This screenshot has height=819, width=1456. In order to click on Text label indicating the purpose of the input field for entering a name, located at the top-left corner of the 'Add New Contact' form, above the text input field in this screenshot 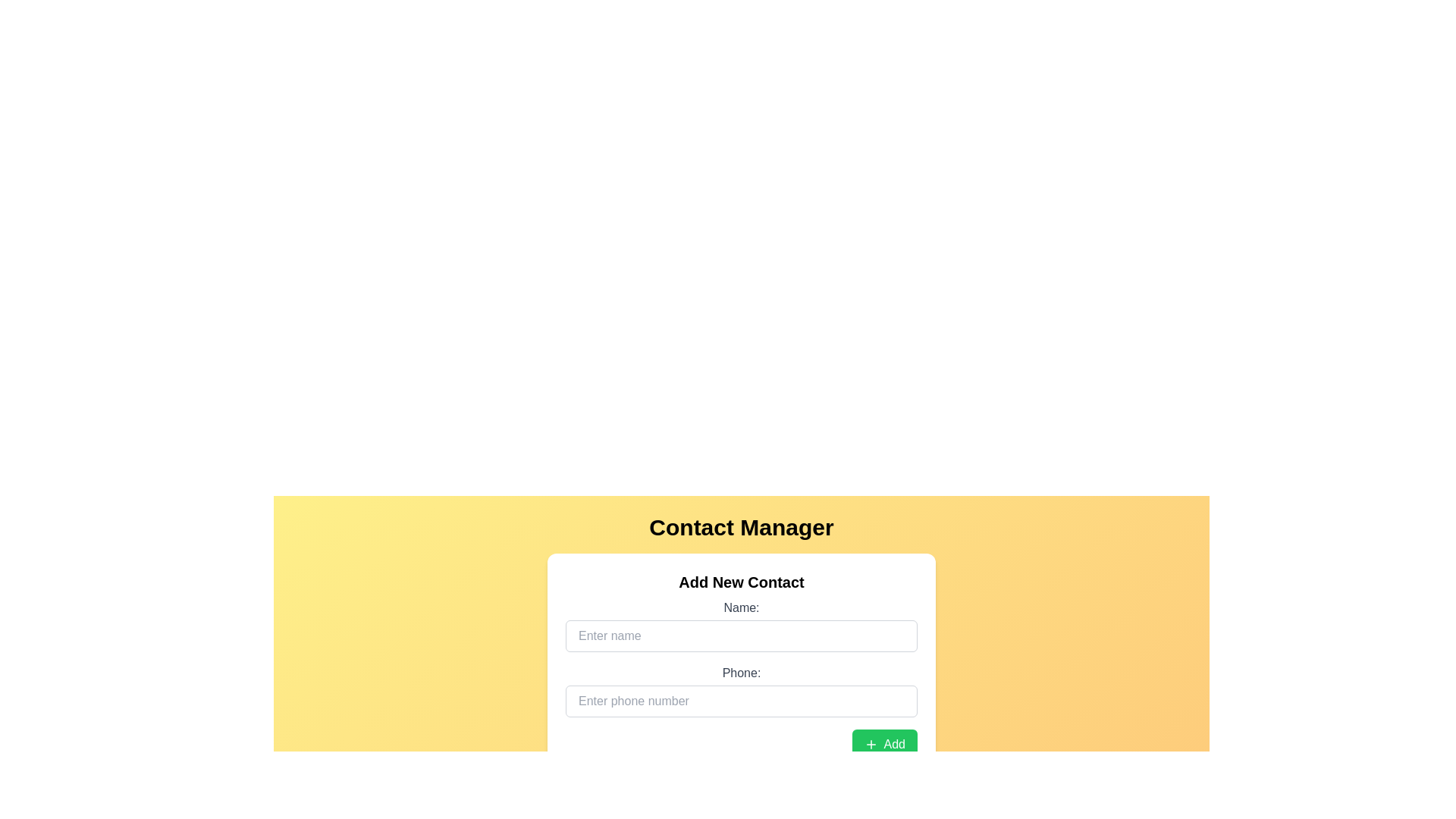, I will do `click(742, 607)`.